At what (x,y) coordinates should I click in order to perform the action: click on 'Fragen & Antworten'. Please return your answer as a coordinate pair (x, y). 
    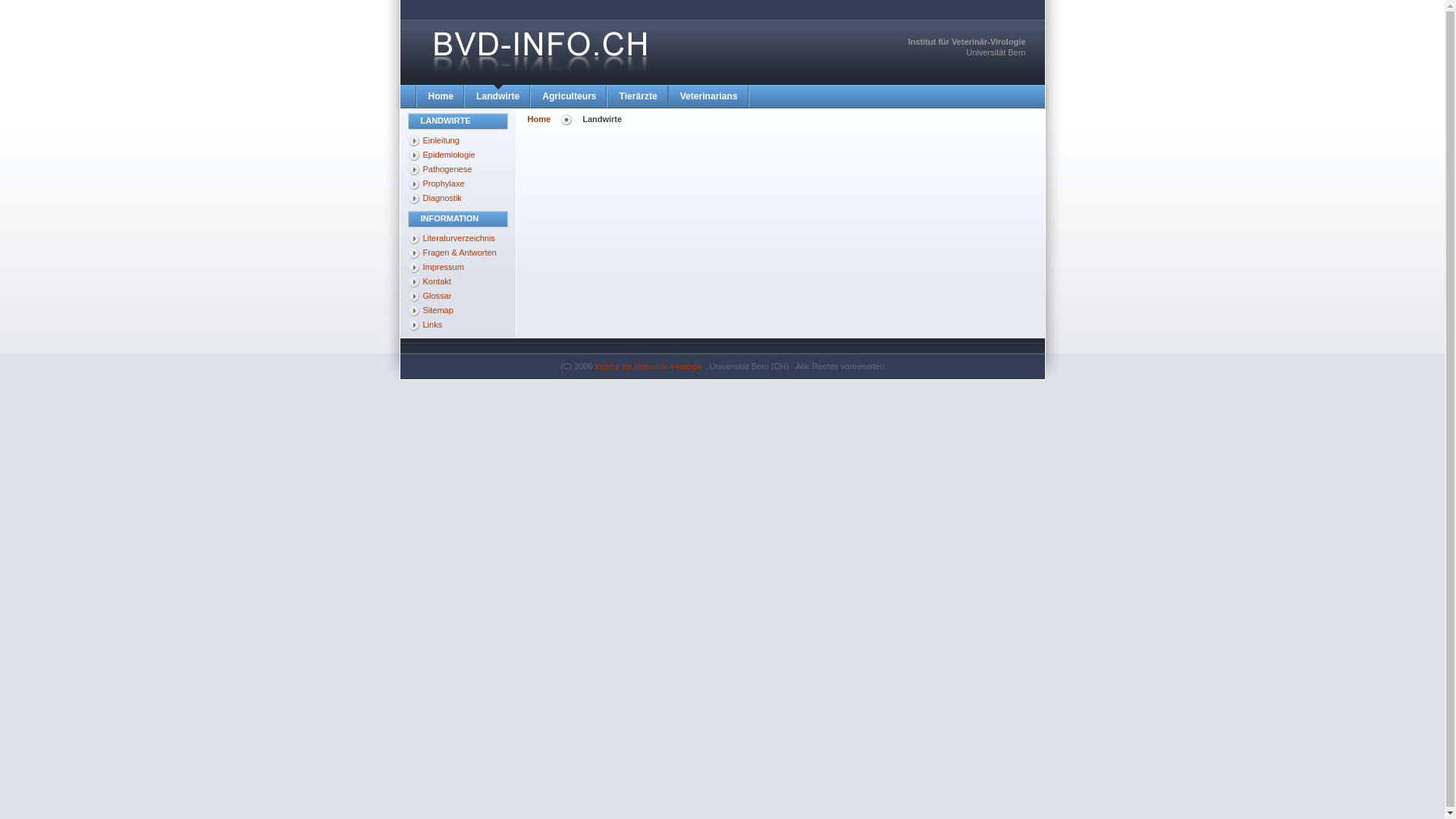
    Looking at the image, I should click on (457, 253).